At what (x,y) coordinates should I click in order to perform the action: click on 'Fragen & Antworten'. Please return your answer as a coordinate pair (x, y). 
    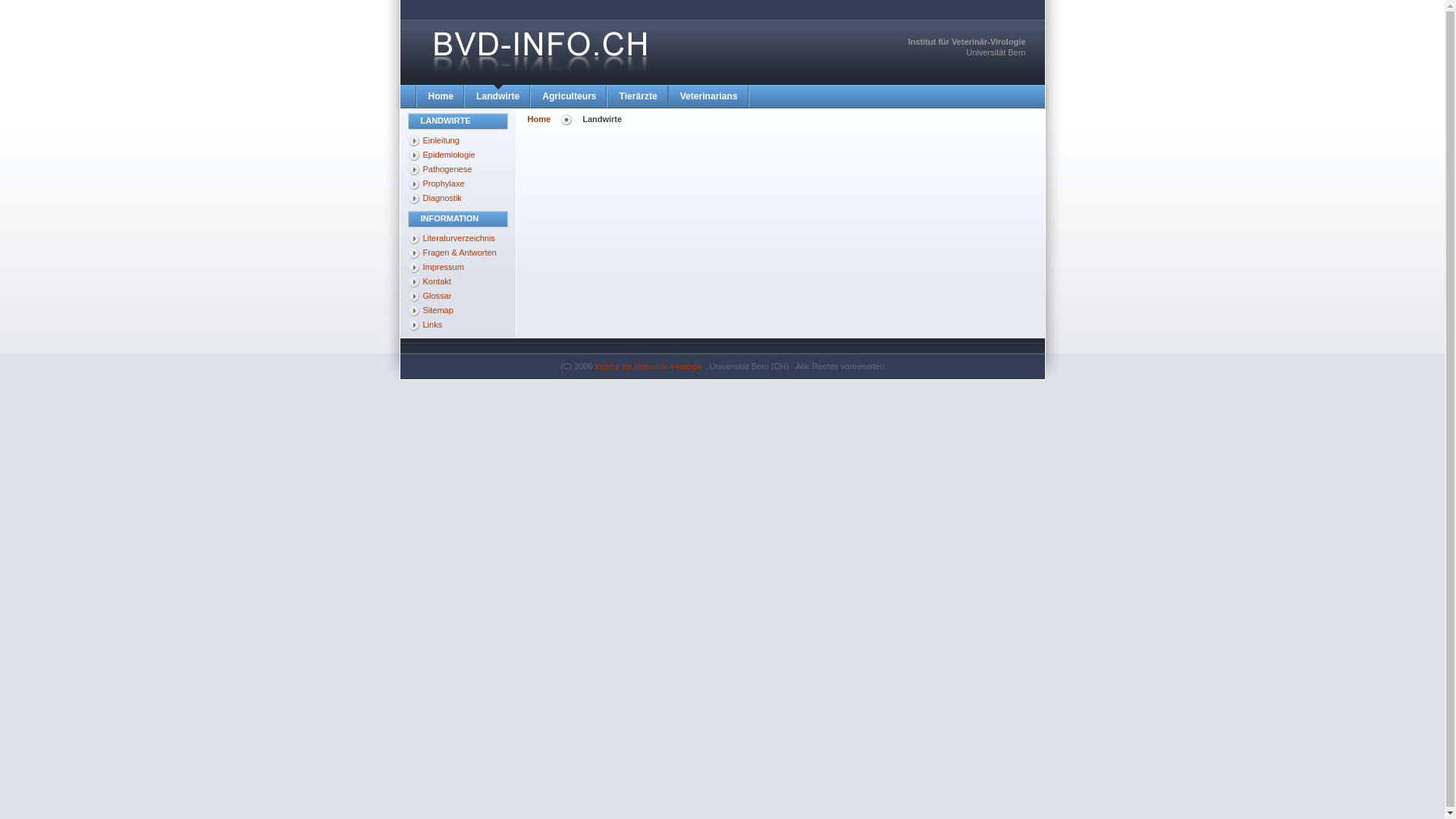
    Looking at the image, I should click on (457, 253).